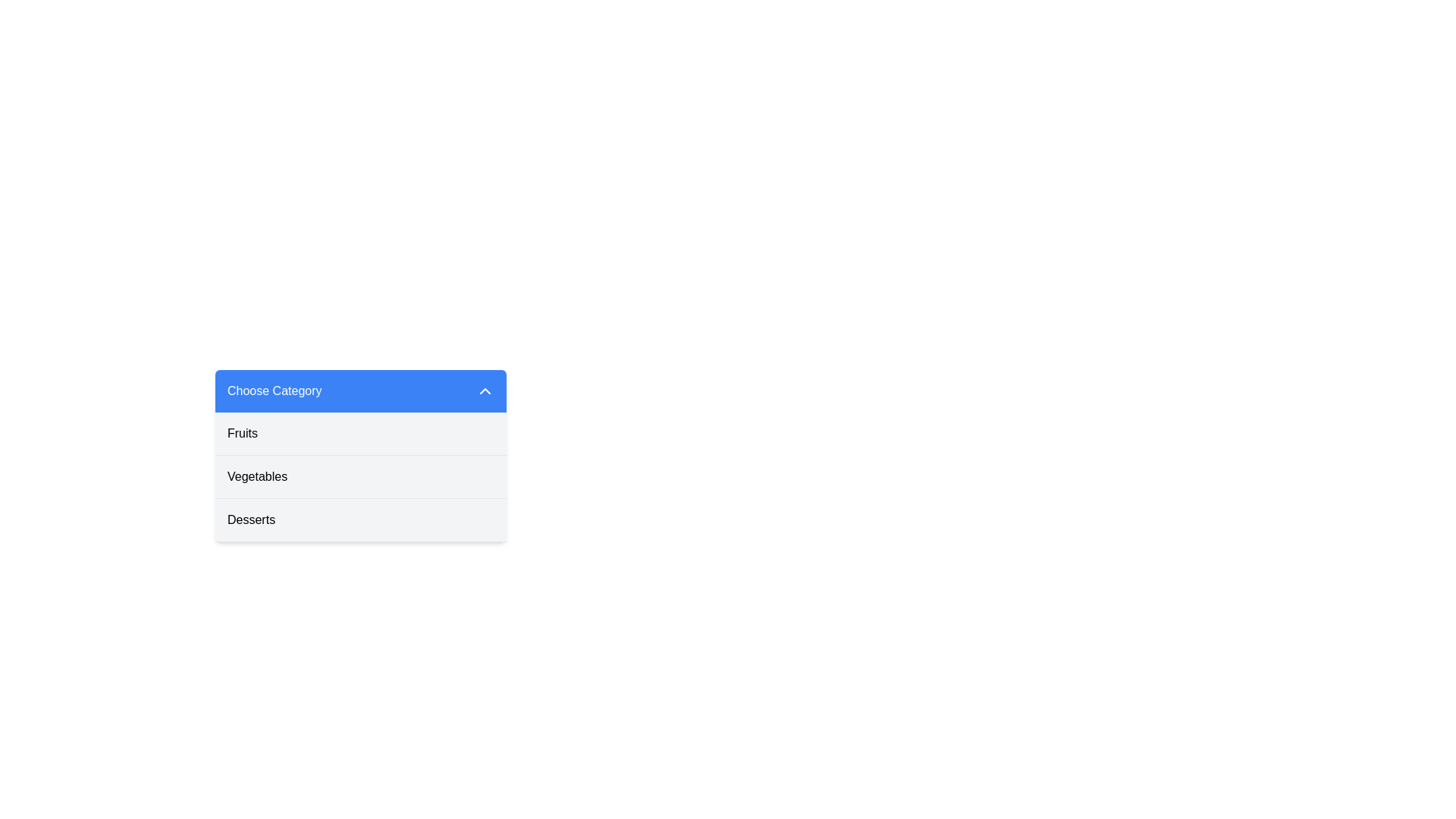 The height and width of the screenshot is (819, 1456). What do you see at coordinates (359, 475) in the screenshot?
I see `the 'Vegetables' dropdown menu option to change its background color` at bounding box center [359, 475].